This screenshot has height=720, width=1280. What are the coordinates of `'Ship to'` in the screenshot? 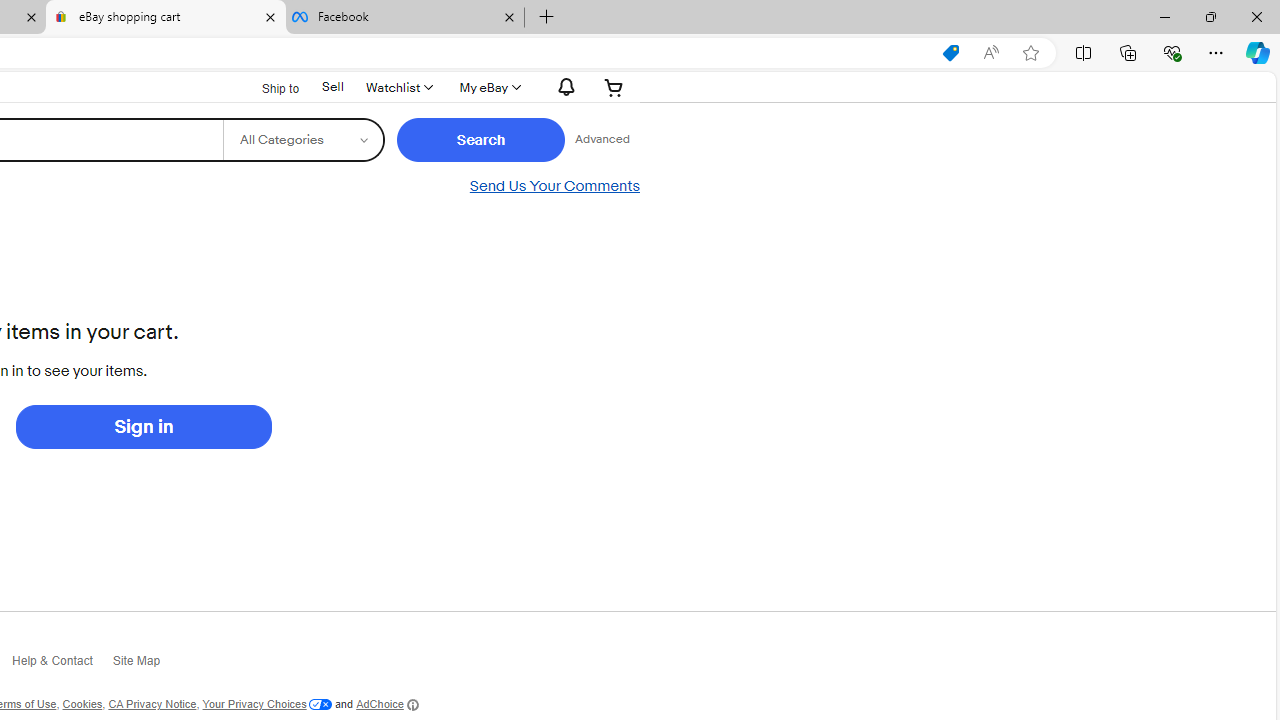 It's located at (266, 87).